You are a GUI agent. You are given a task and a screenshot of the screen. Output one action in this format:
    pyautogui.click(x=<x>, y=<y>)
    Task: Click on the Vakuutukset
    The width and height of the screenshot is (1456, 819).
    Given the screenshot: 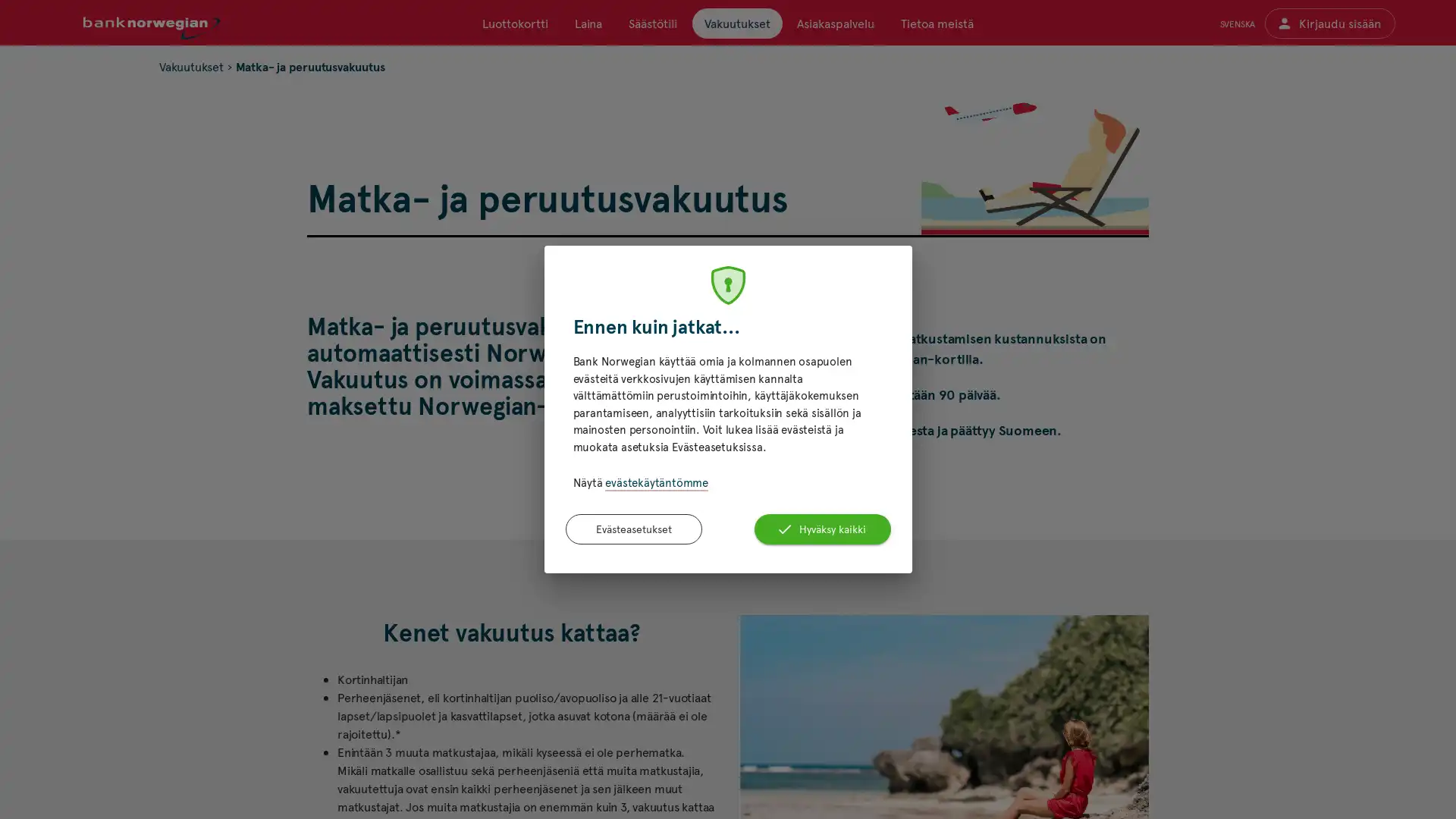 What is the action you would take?
    pyautogui.click(x=736, y=23)
    